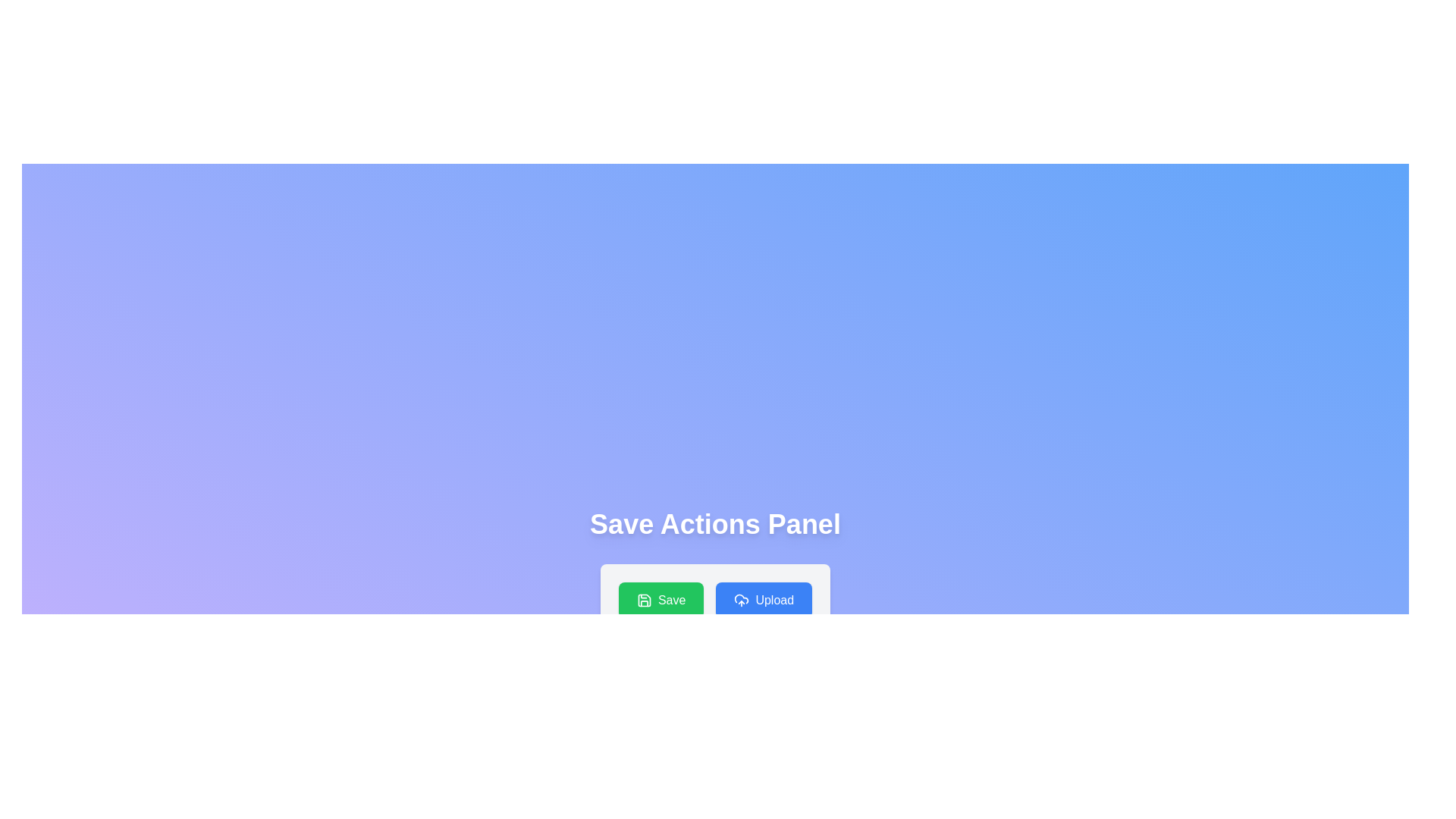 This screenshot has width=1456, height=819. What do you see at coordinates (742, 599) in the screenshot?
I see `the upload icon, which is part of the 'Upload' button located on the right side of the 'Save' button` at bounding box center [742, 599].